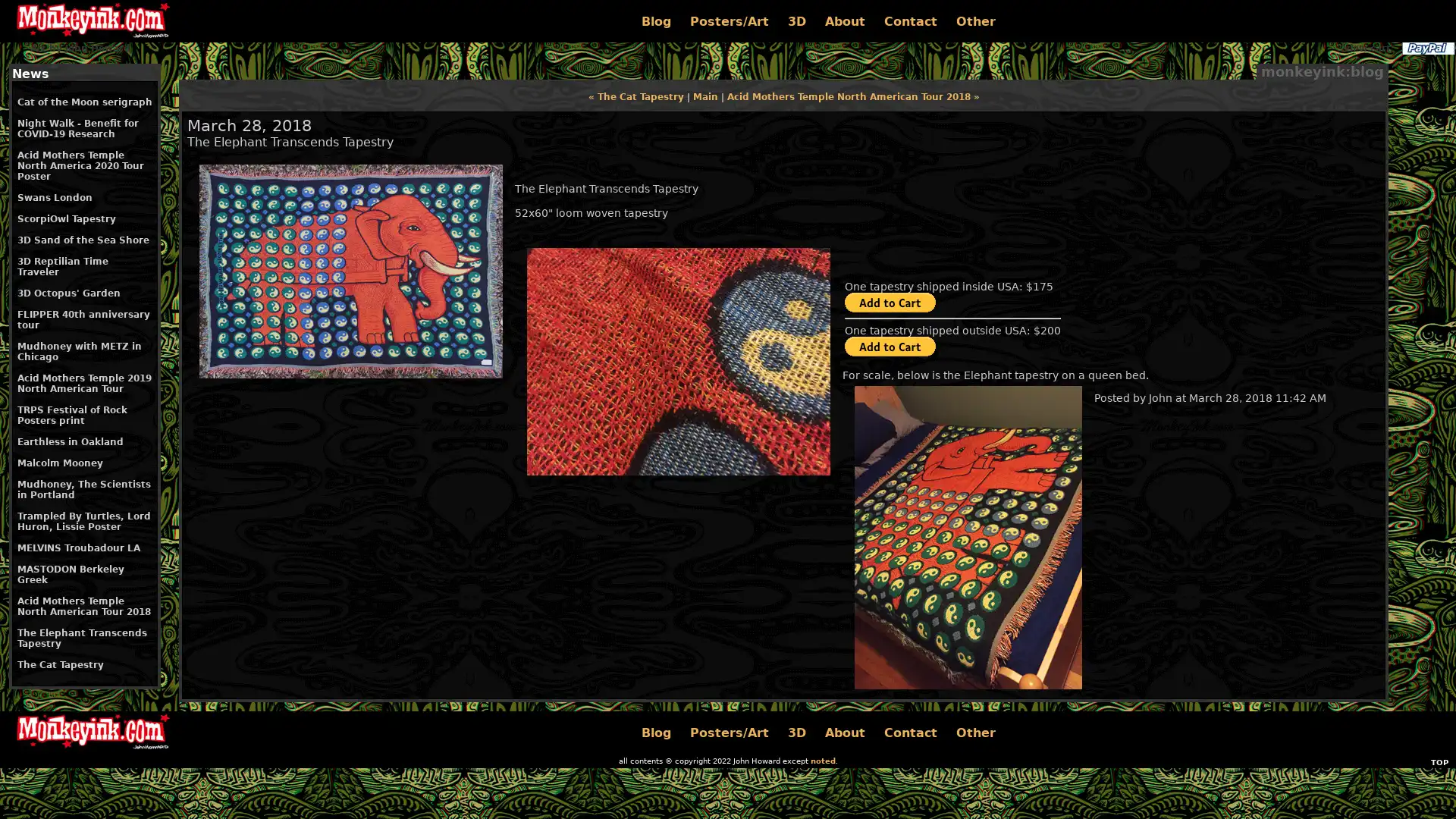 This screenshot has height=819, width=1456. I want to click on PayPal - The safer, easier way to pay online!, so click(890, 302).